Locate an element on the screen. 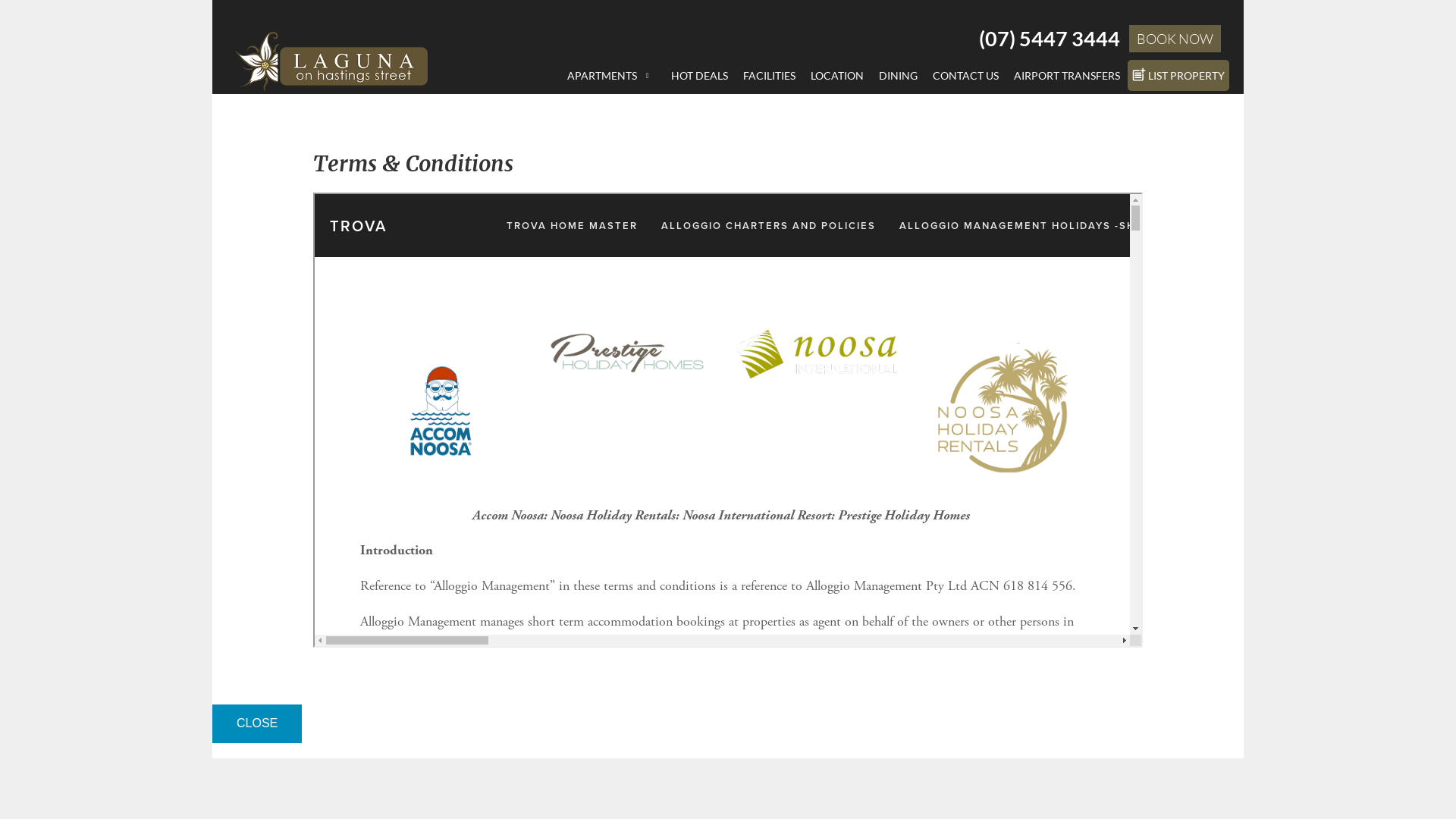 This screenshot has width=1456, height=819. 'LIST PROPERTY' is located at coordinates (1178, 75).